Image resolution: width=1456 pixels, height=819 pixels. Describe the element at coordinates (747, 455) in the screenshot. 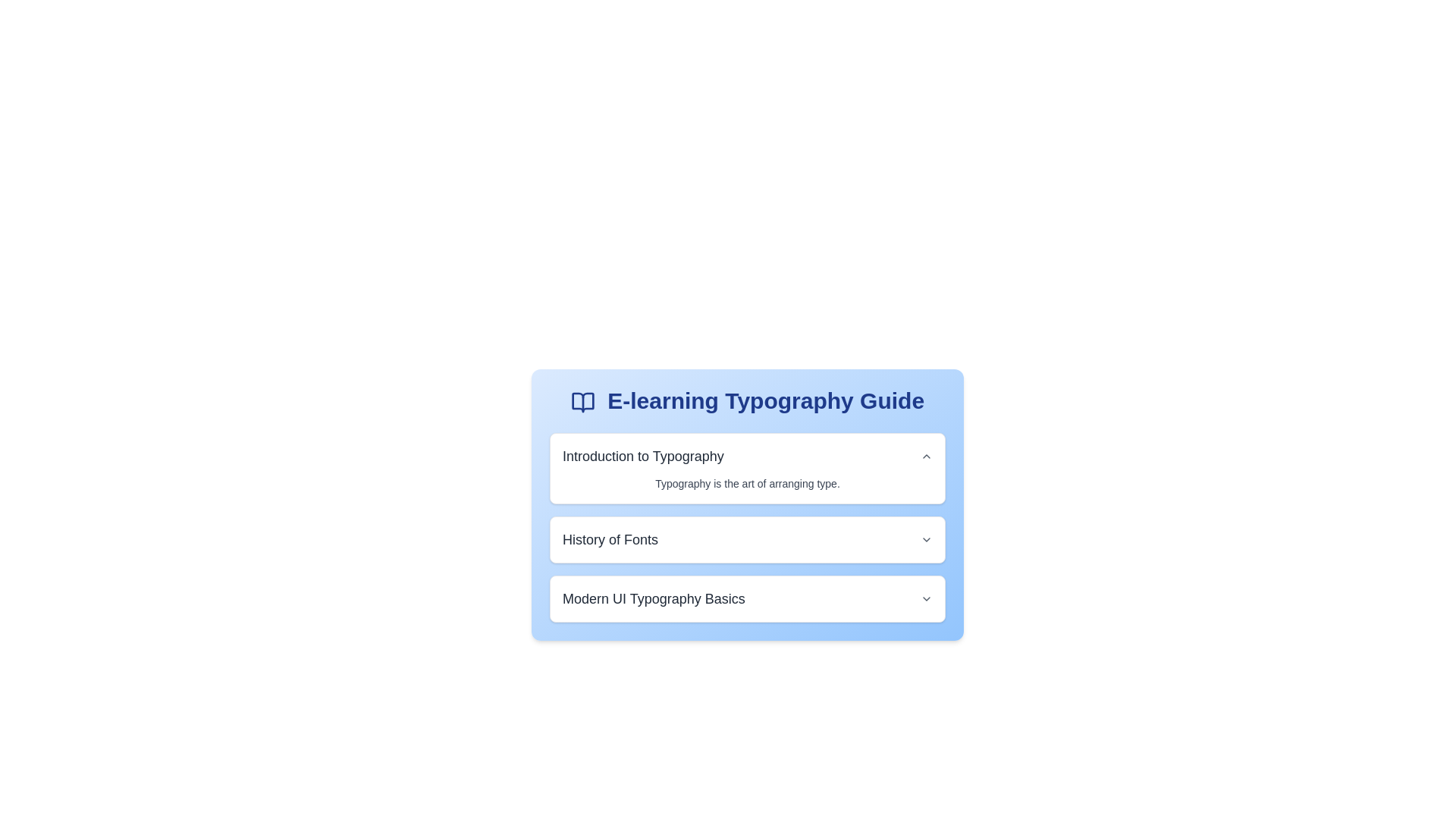

I see `the dropdown button located at the top of the card layout` at that location.